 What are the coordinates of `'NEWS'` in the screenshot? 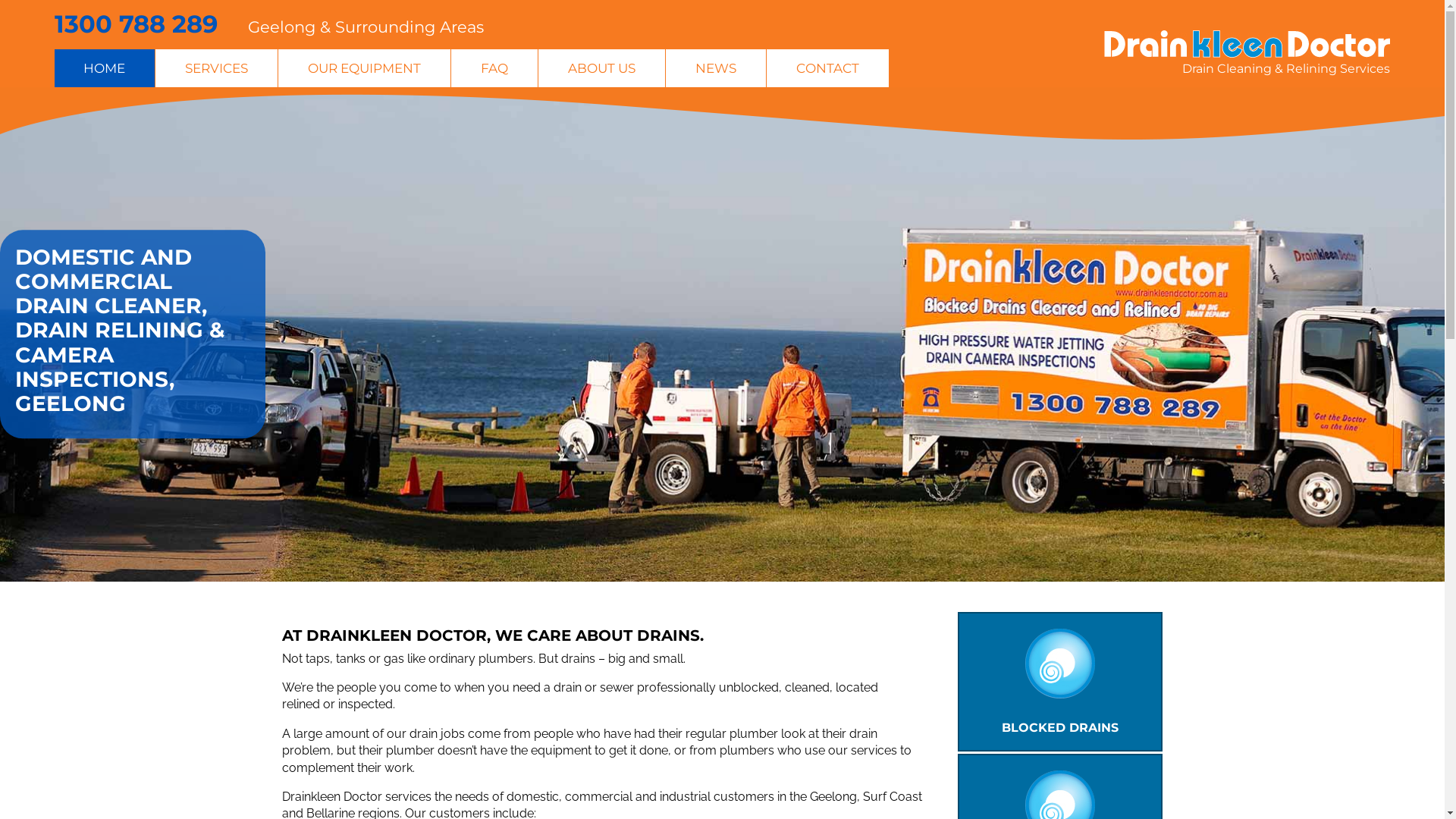 It's located at (666, 67).